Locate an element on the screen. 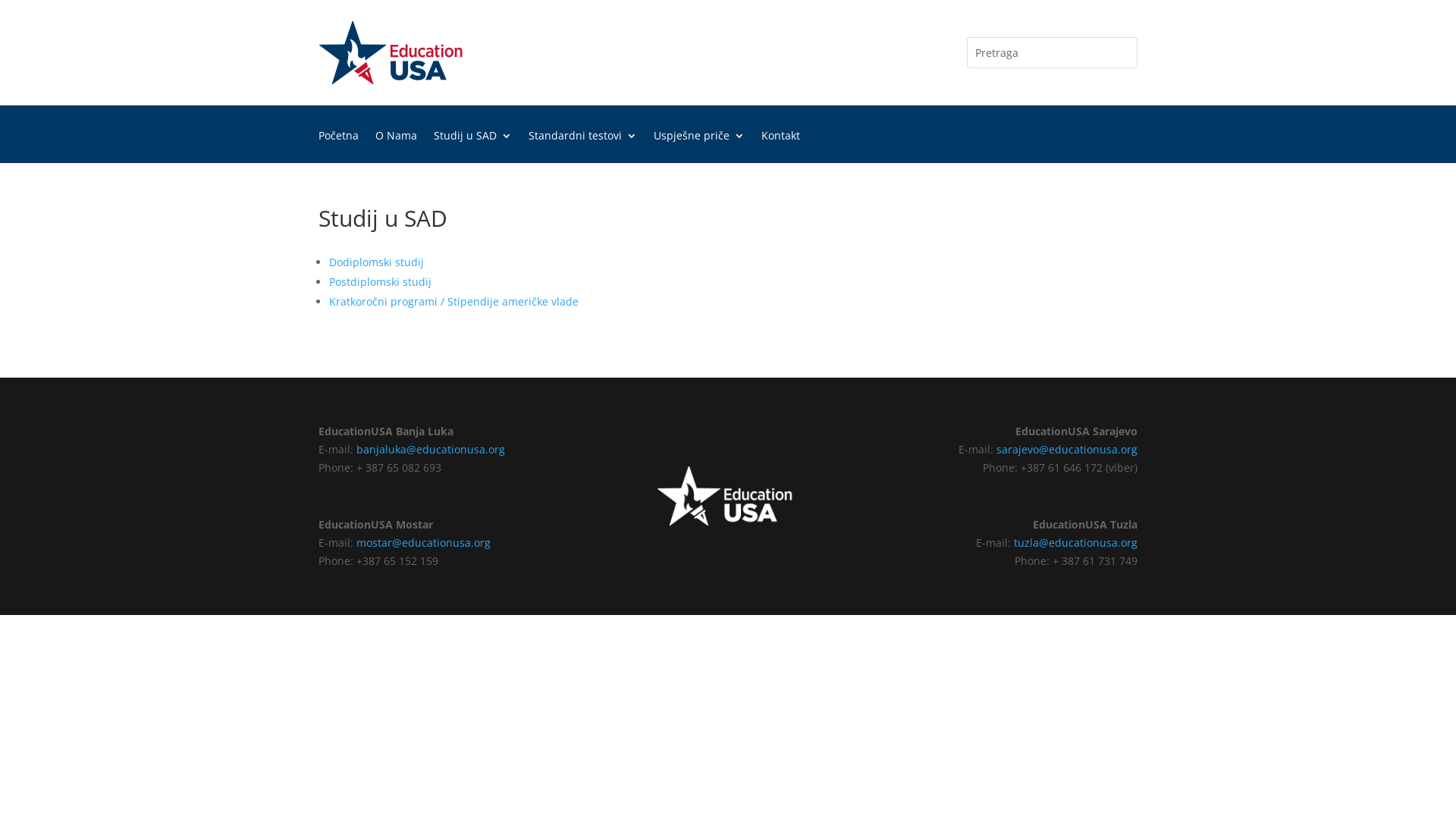  'sarajevo@educationusa.org' is located at coordinates (996, 448).